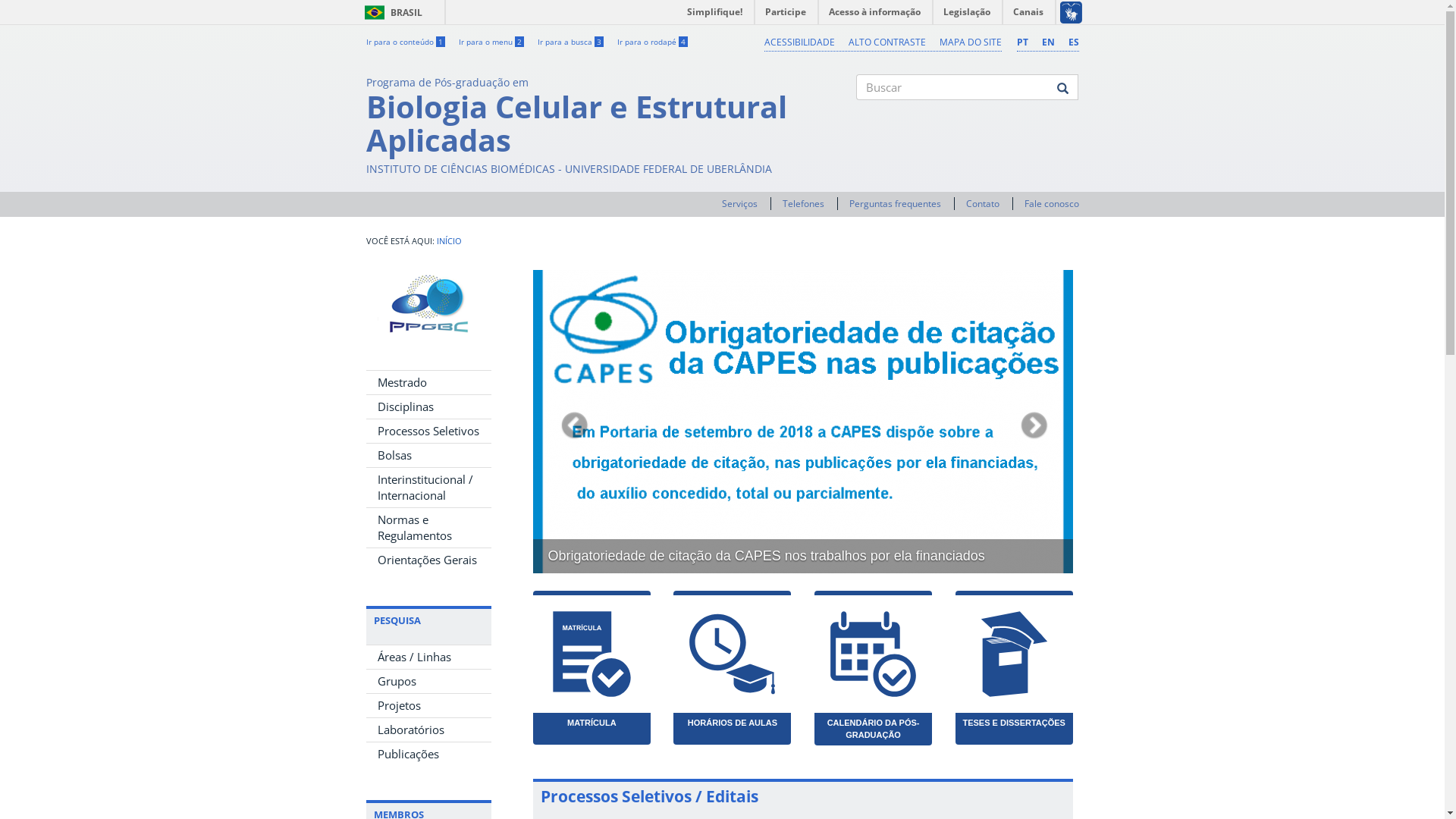 Image resolution: width=1456 pixels, height=819 pixels. What do you see at coordinates (886, 41) in the screenshot?
I see `'ALTO CONTRASTE'` at bounding box center [886, 41].